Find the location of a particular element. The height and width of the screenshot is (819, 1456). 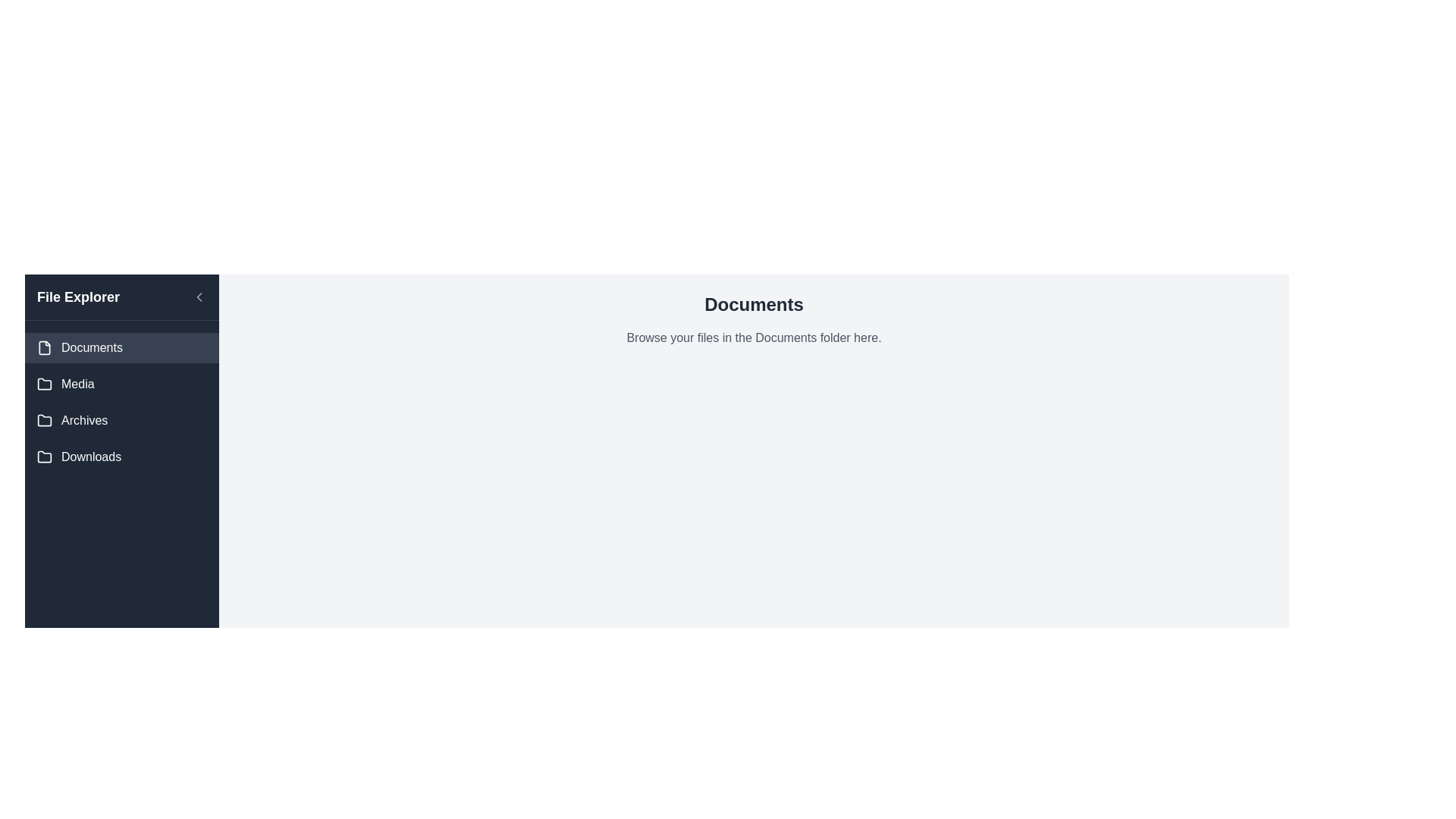

folder icon located to the left of the 'Downloads' label in the navigation menu is located at coordinates (44, 456).